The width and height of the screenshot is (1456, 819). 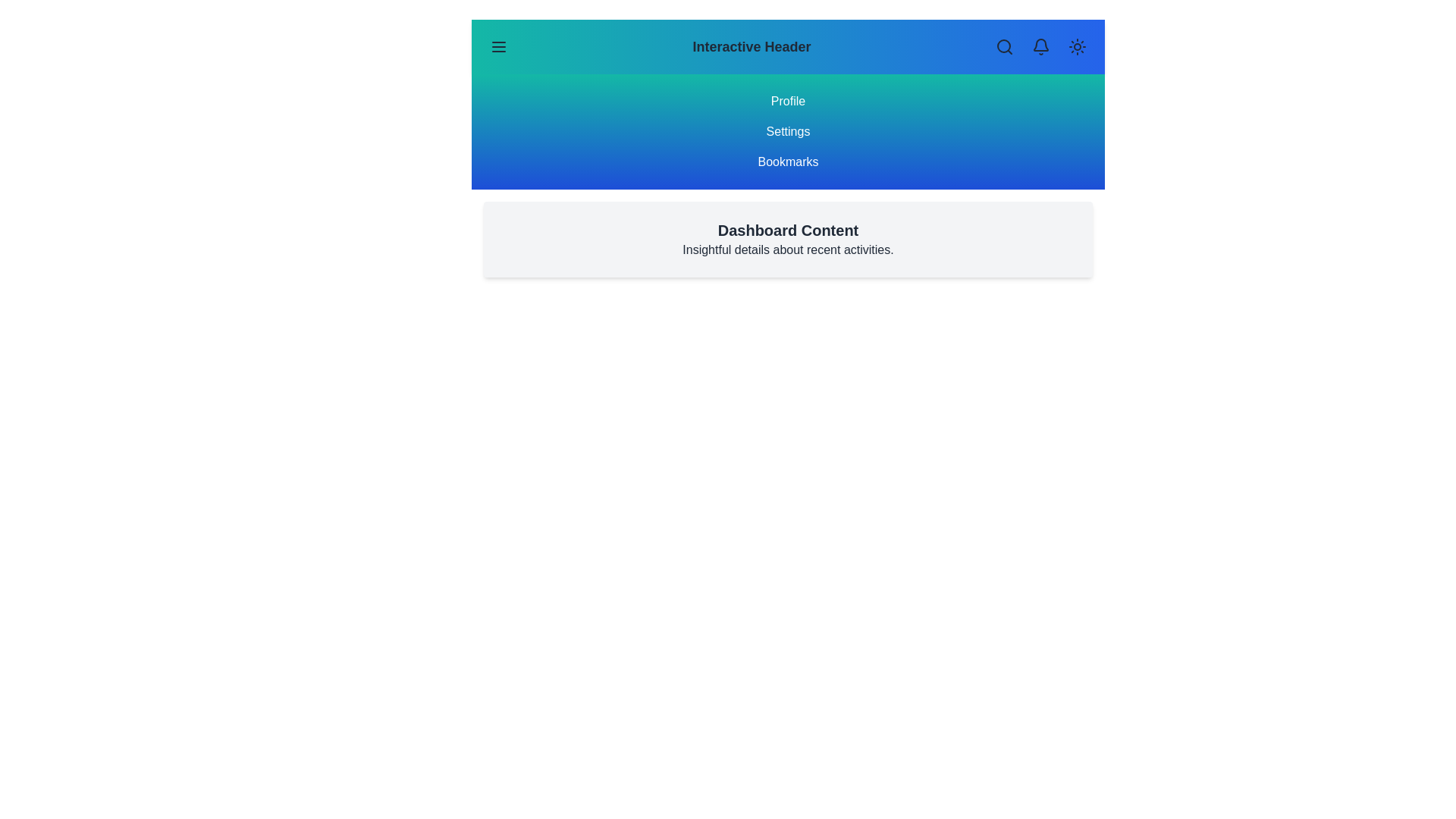 I want to click on the menu button to toggle the visibility of the side menu, so click(x=498, y=45).